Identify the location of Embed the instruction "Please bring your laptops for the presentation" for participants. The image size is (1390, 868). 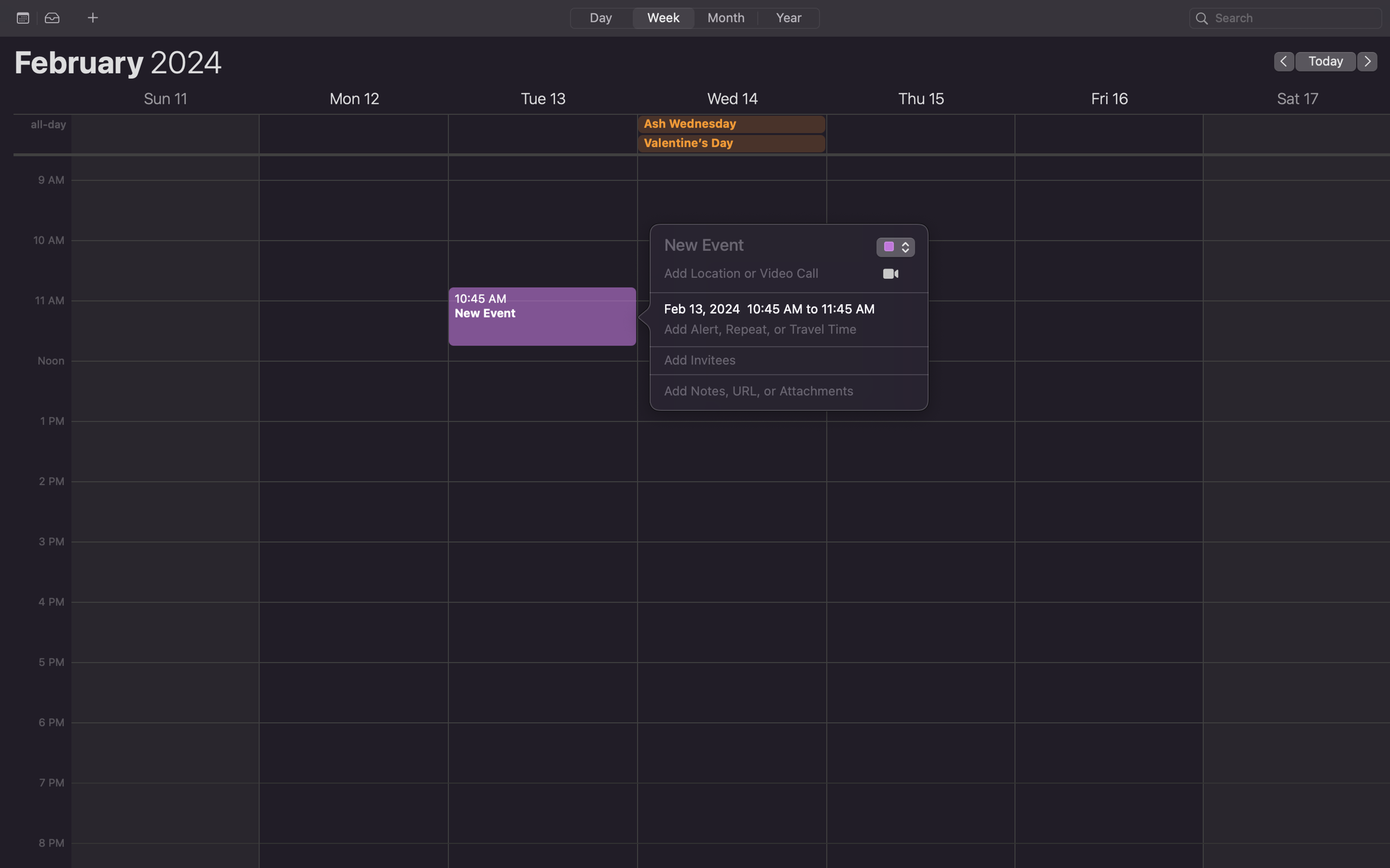
(776, 392).